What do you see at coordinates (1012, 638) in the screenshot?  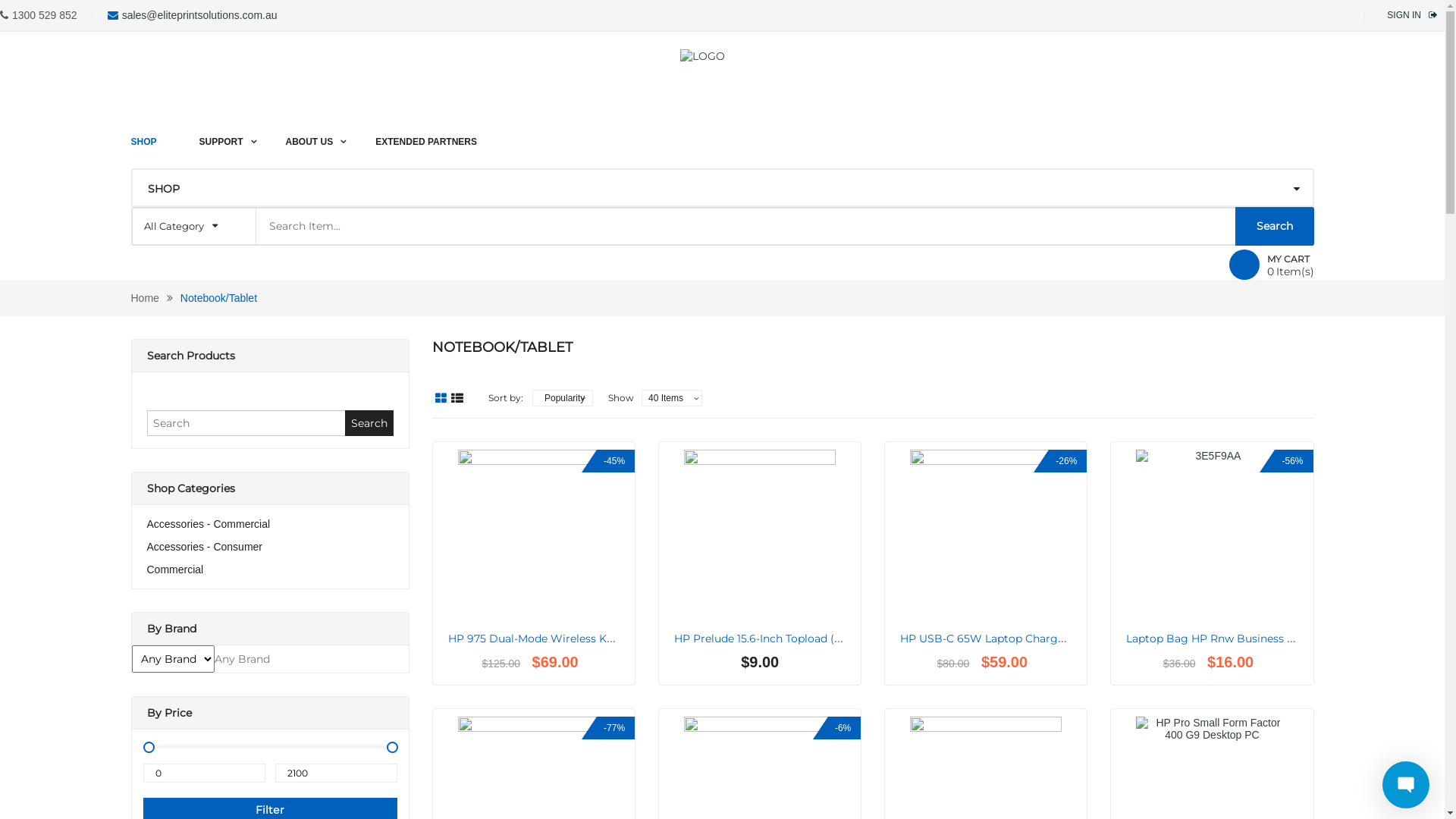 I see `'HP USB-C 65W Laptop Charger (671R3AA)'` at bounding box center [1012, 638].